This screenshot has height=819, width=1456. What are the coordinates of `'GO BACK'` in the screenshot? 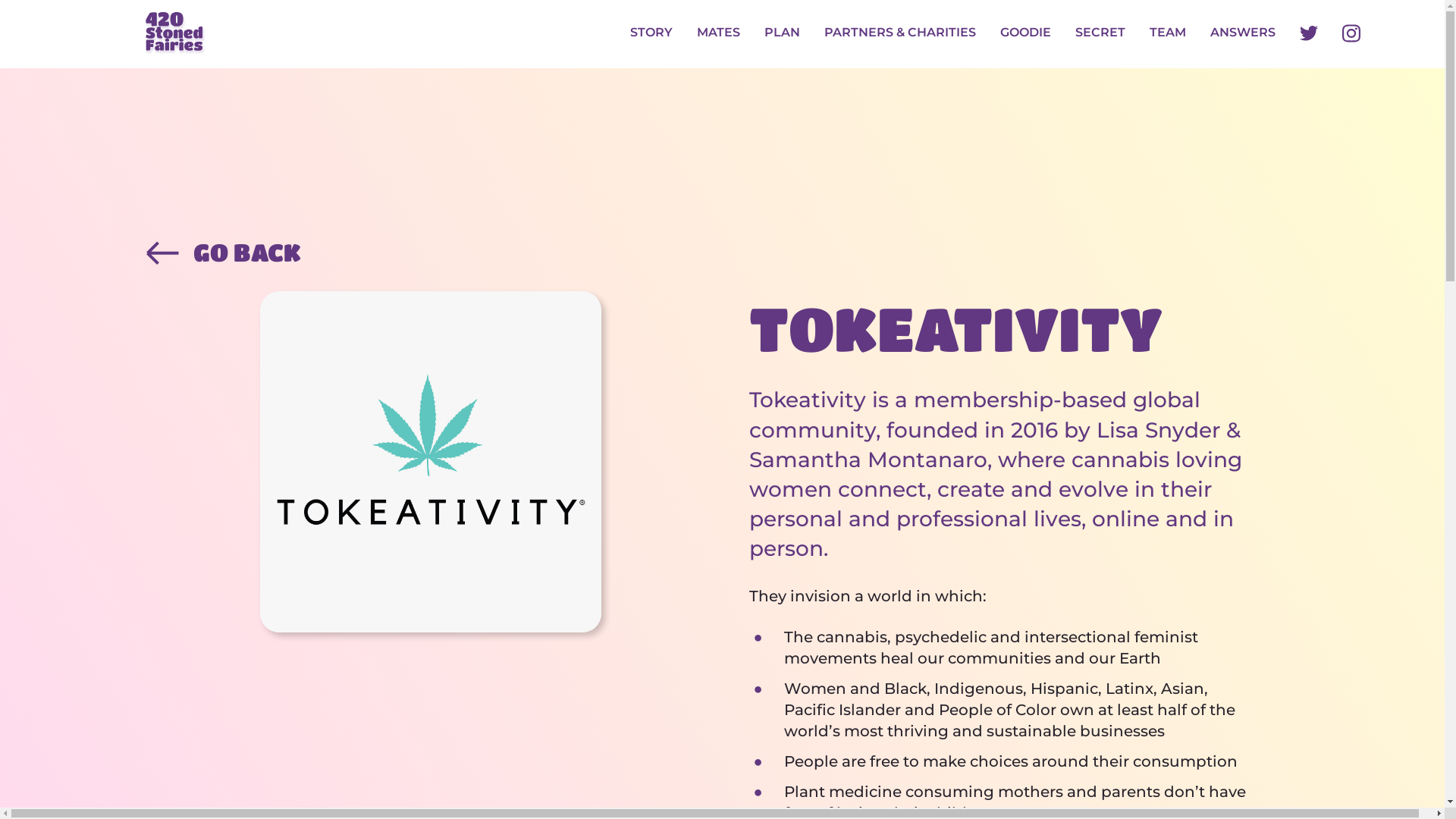 It's located at (720, 251).